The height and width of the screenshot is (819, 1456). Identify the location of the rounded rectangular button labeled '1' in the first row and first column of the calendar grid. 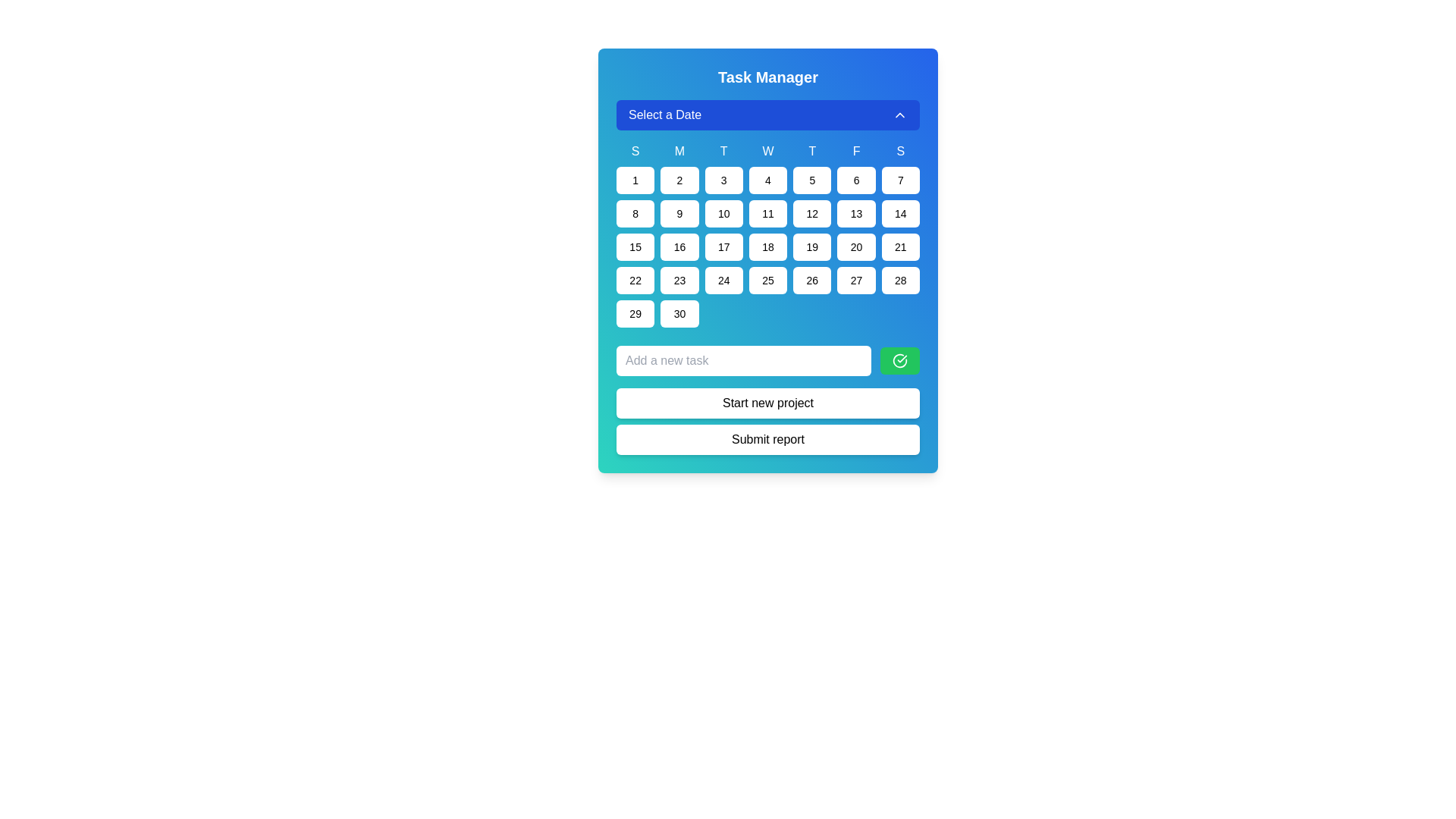
(635, 180).